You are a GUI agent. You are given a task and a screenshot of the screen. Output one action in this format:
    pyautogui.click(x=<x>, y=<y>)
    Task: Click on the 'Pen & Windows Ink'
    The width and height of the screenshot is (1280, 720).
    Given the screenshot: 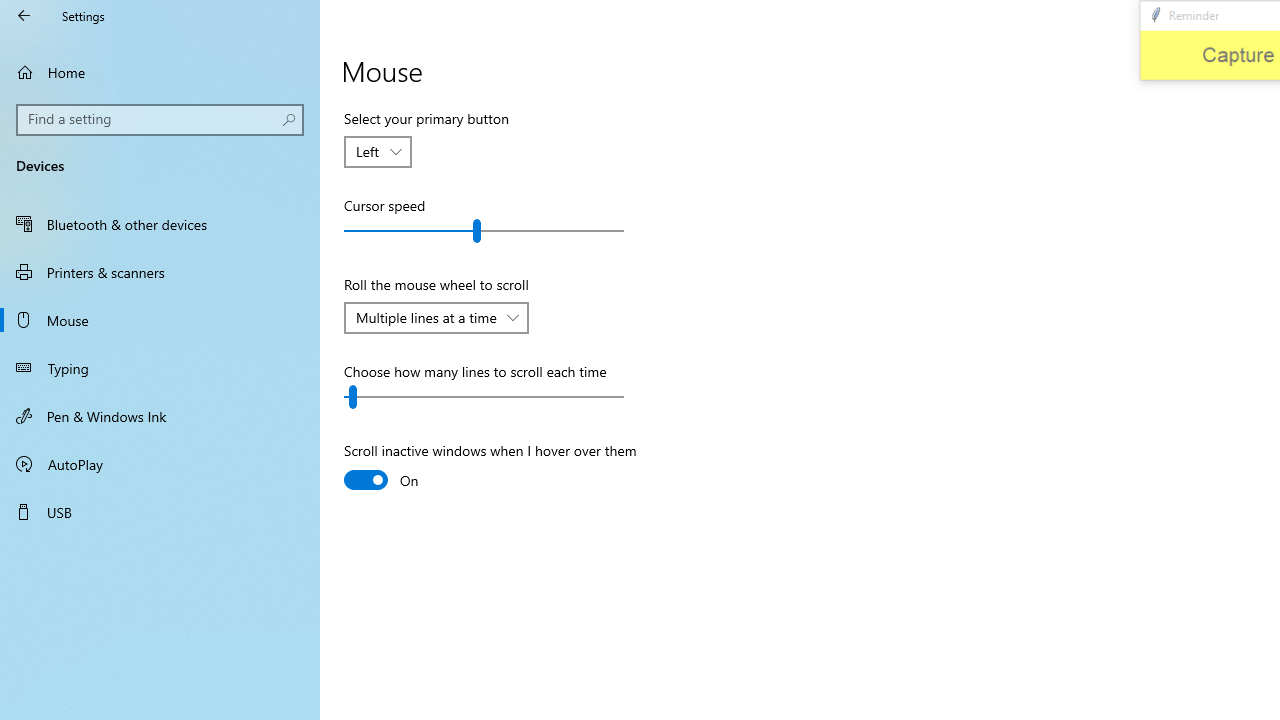 What is the action you would take?
    pyautogui.click(x=160, y=414)
    